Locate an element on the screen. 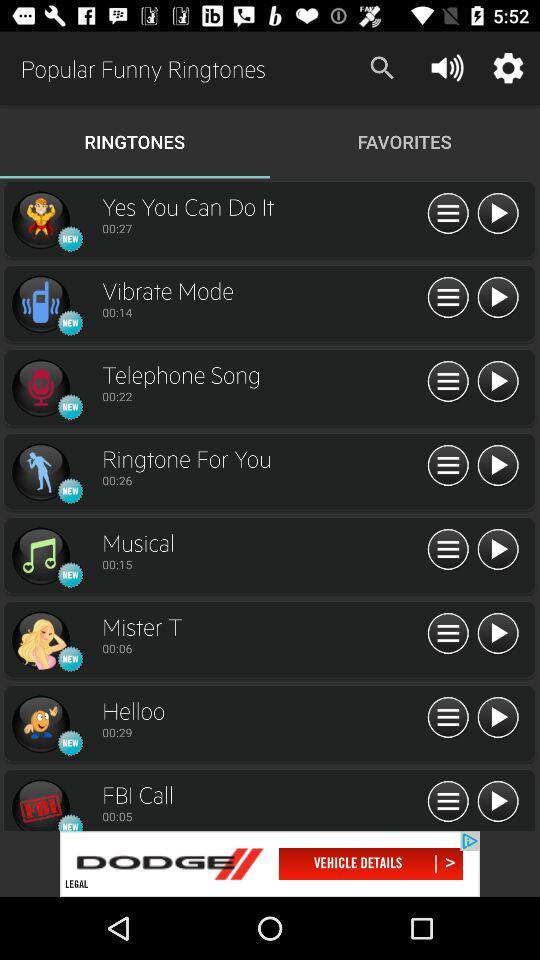 The height and width of the screenshot is (960, 540). ringtone is located at coordinates (40, 556).